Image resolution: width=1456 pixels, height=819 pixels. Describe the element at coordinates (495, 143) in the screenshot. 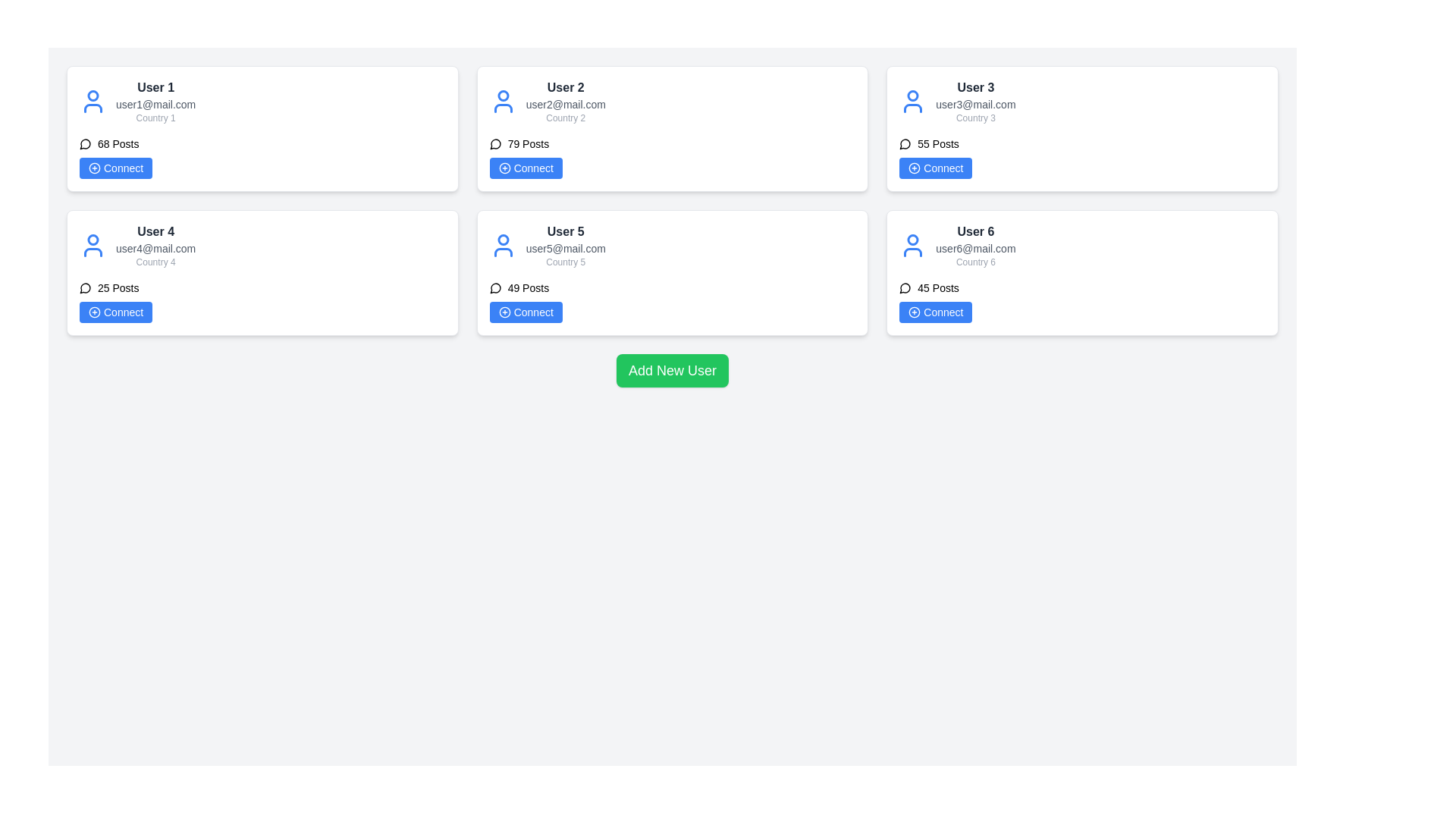

I see `the icon associated with '79 Posts' located in the top section of User 2's card, positioned to the left of the text` at that location.